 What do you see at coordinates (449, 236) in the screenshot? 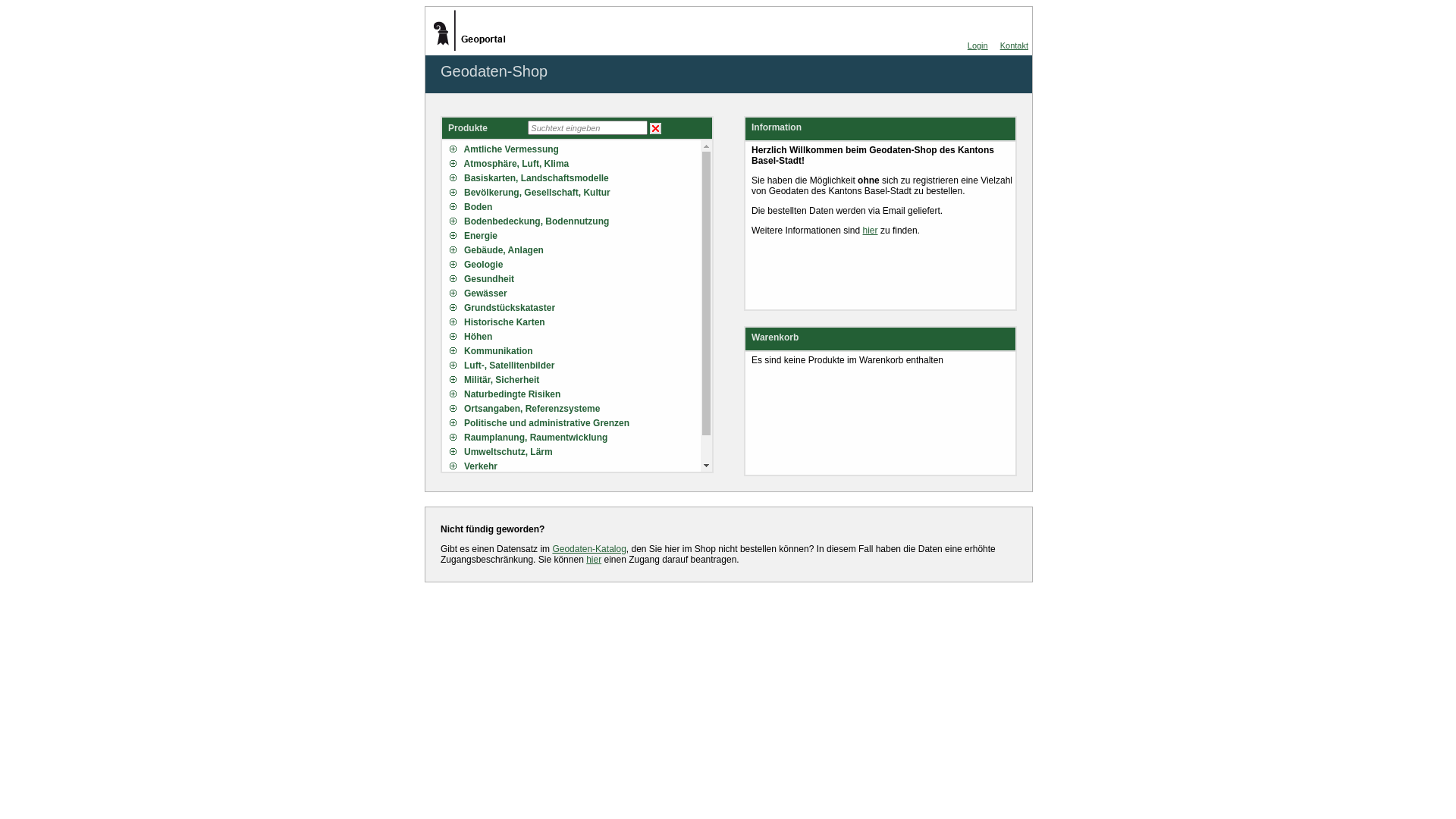
I see `'   Energie'` at bounding box center [449, 236].